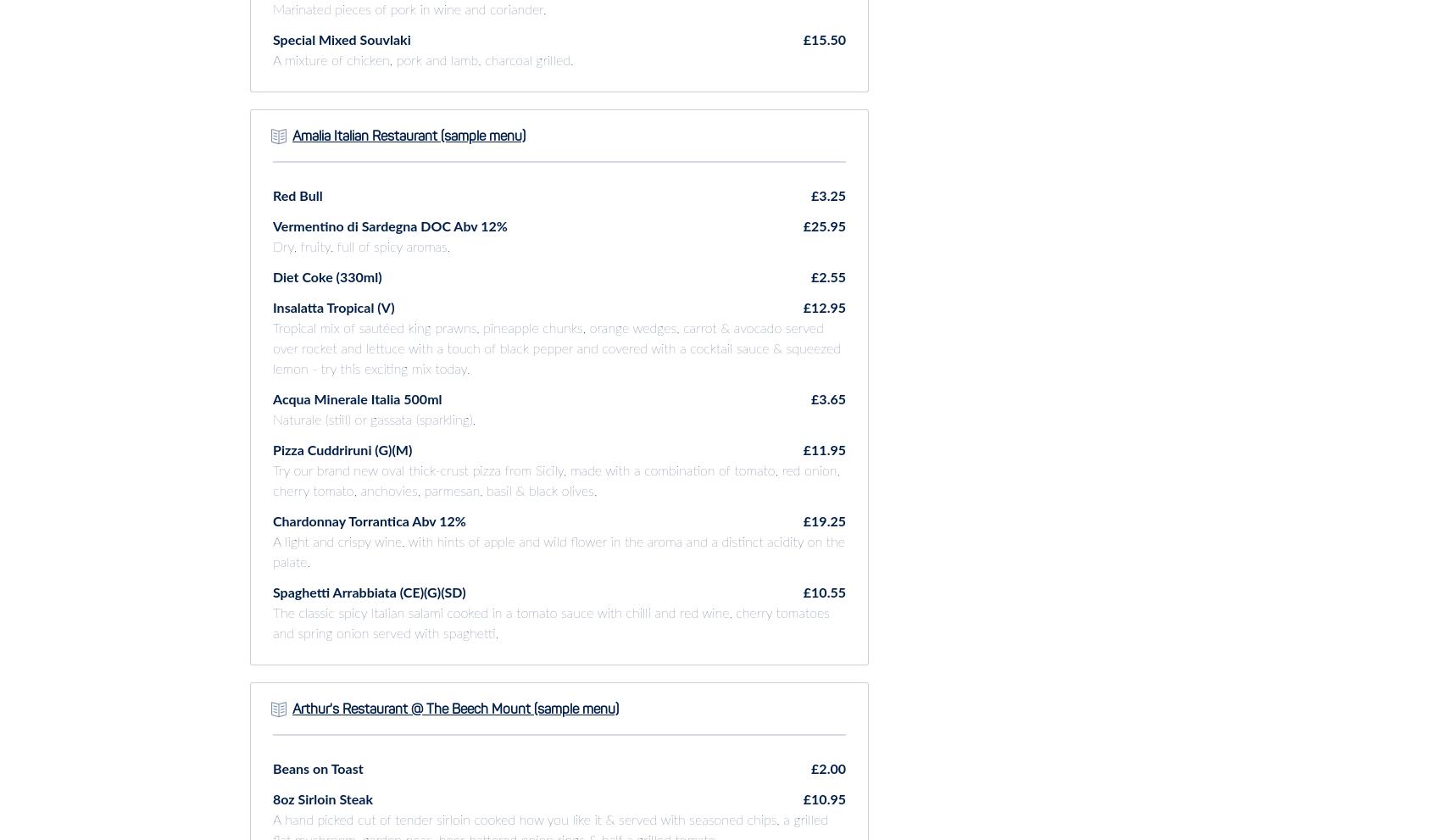 Image resolution: width=1441 pixels, height=840 pixels. What do you see at coordinates (823, 798) in the screenshot?
I see `'£10.95'` at bounding box center [823, 798].